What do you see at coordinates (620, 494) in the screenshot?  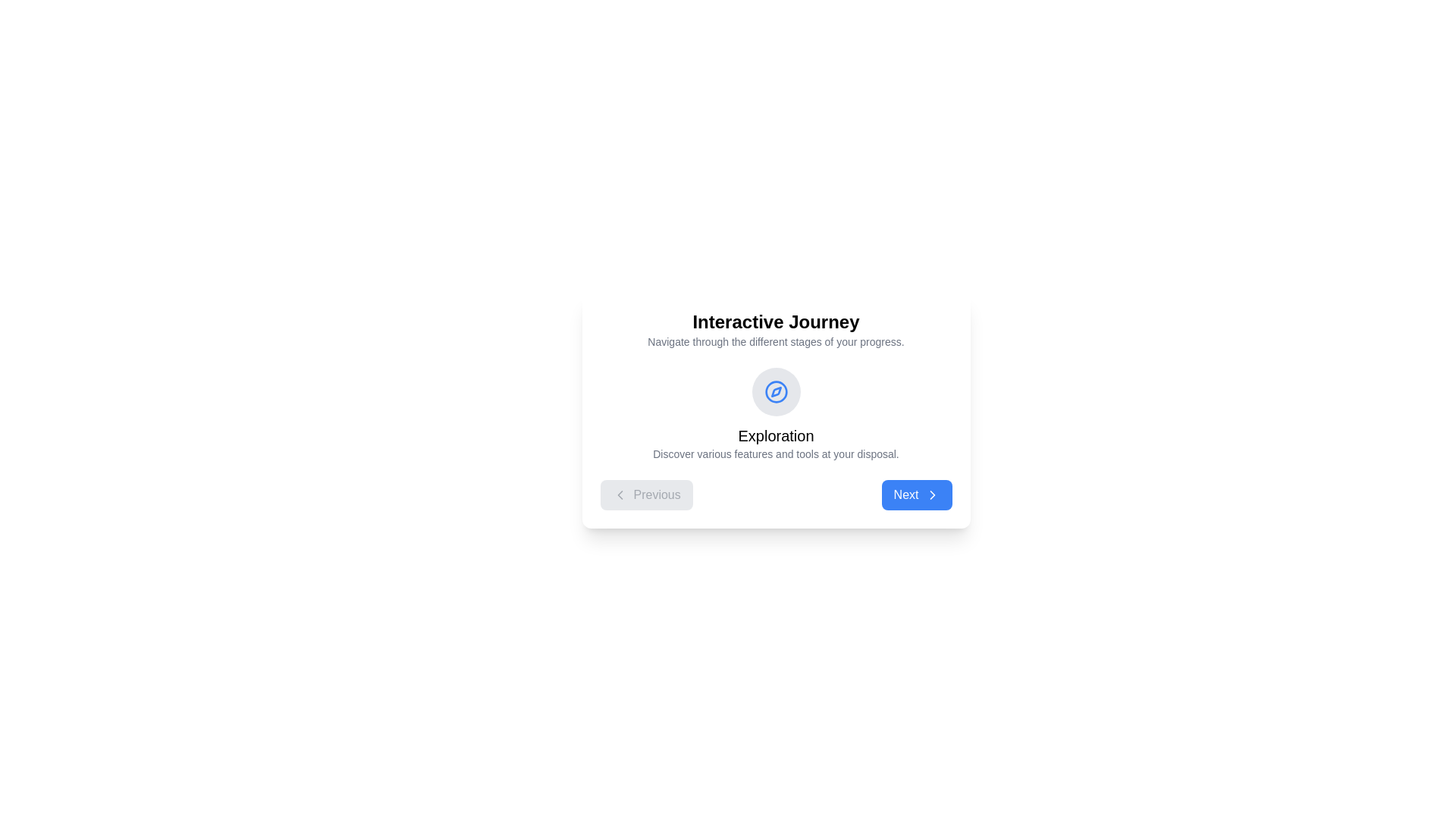 I see `the left-facing chevron icon within the gray 'Previous' button` at bounding box center [620, 494].